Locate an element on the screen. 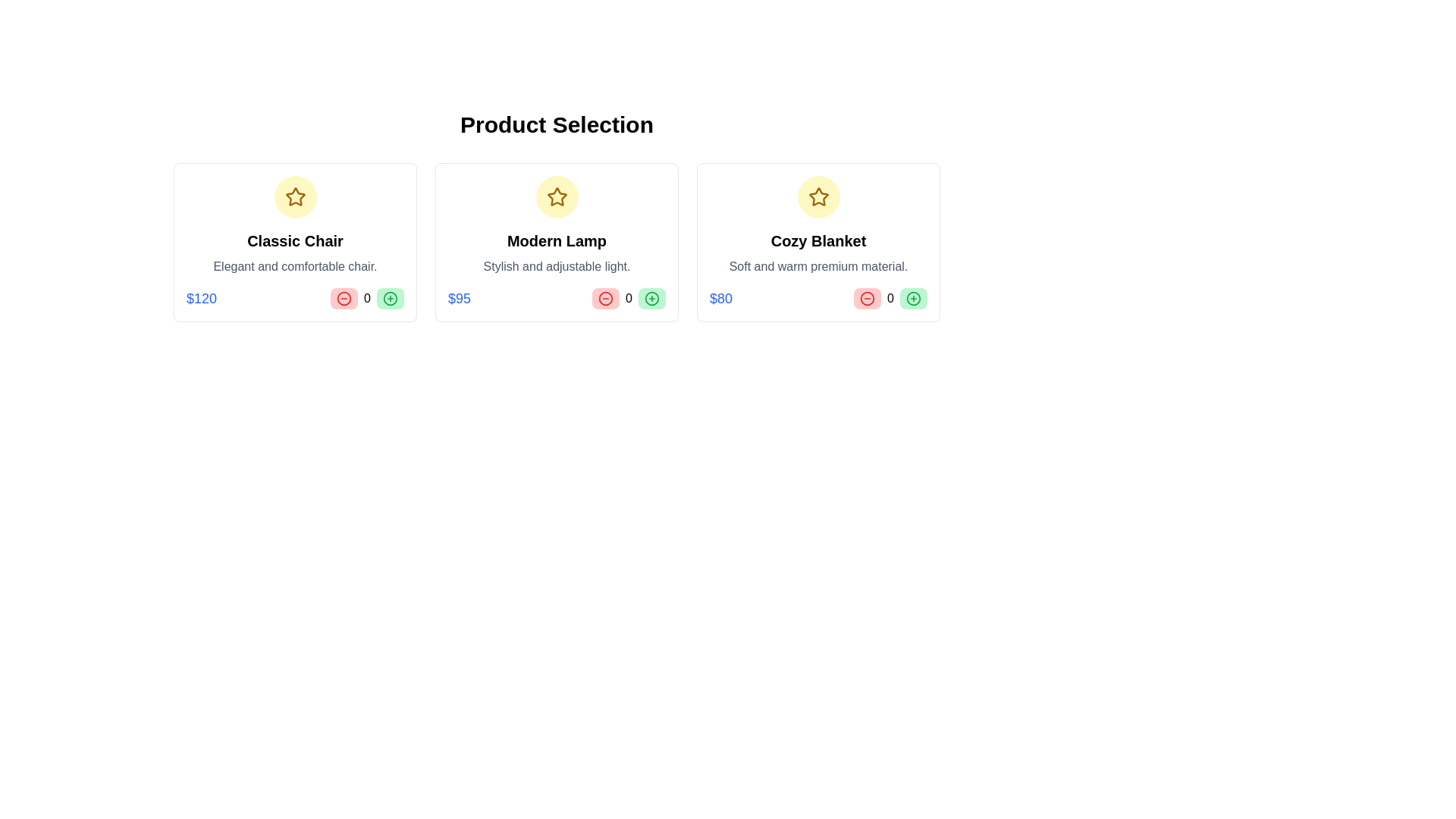 Image resolution: width=1456 pixels, height=819 pixels. the decorative circle or icon background located at the bottom right corner of the 'Classic Chair' product card is located at coordinates (390, 298).